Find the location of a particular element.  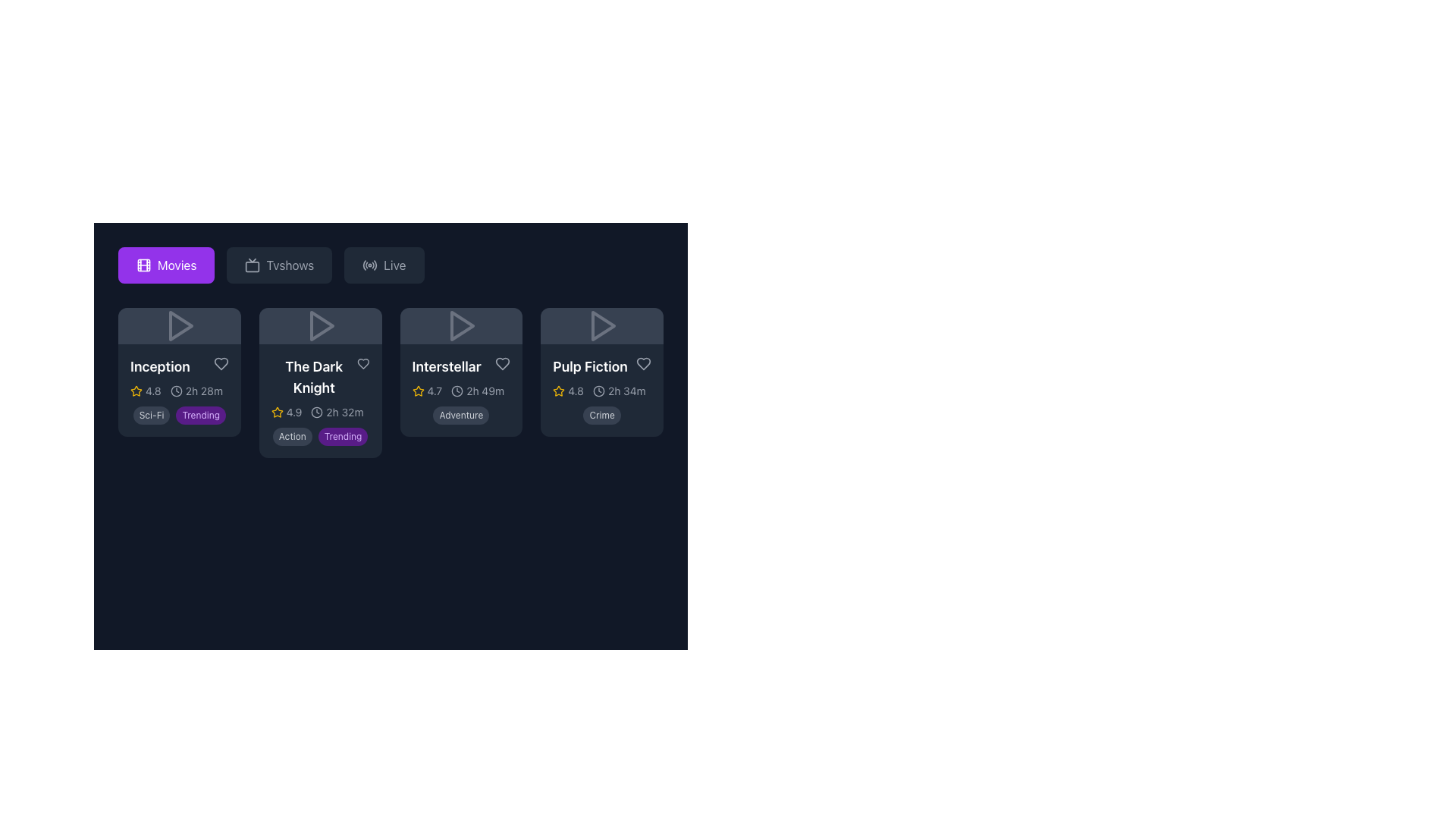

title text of the movie label for 'Pulp Fiction', which is located at the top of the rightmost movie card, above the rating and runtime information is located at coordinates (589, 366).